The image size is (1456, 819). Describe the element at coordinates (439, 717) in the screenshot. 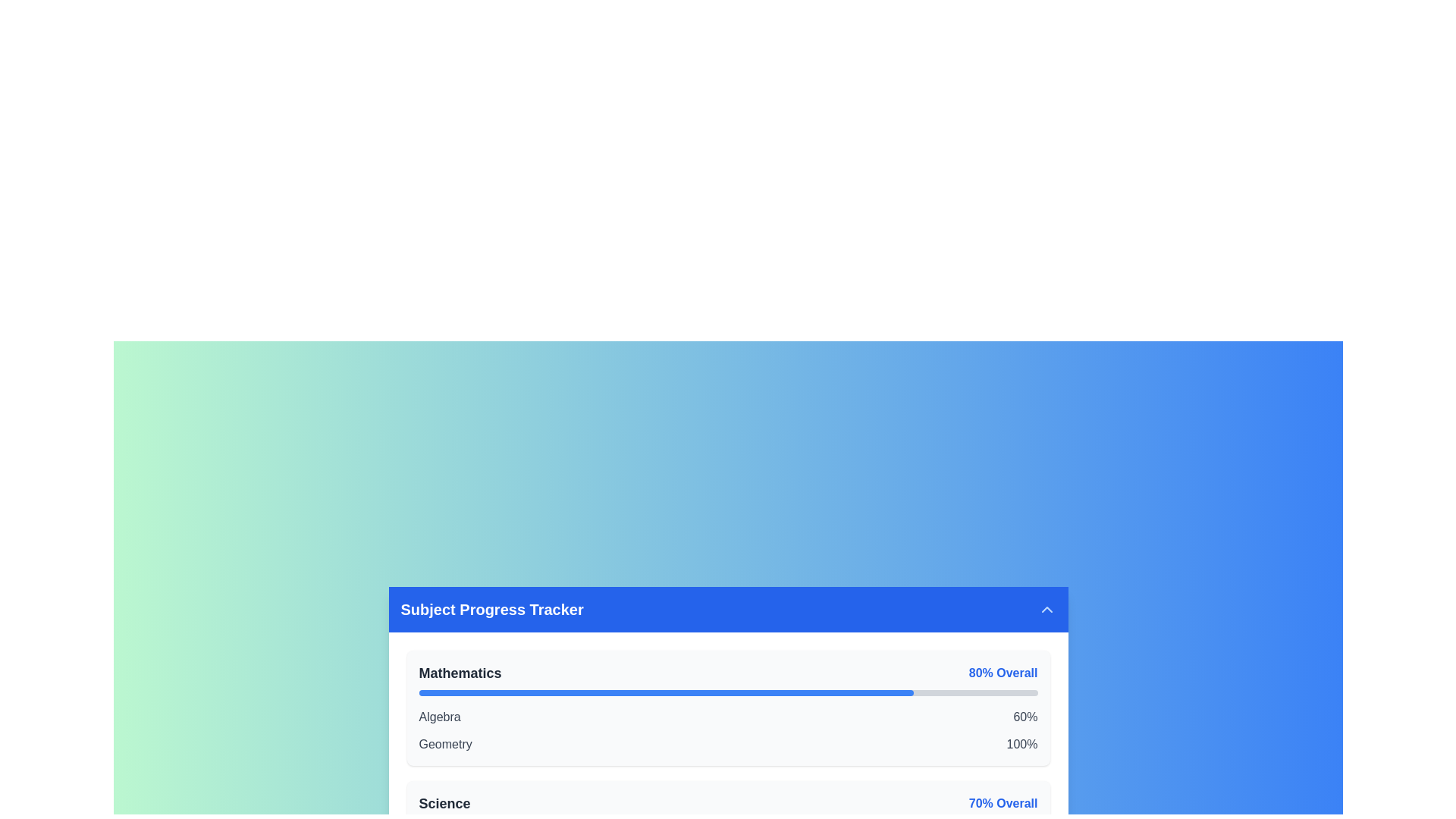

I see `text element labeled 'Algebra', which is styled in a medium font weight and appears dark-gray on a light background, located in the 'Subject Progress Tracker' module` at that location.